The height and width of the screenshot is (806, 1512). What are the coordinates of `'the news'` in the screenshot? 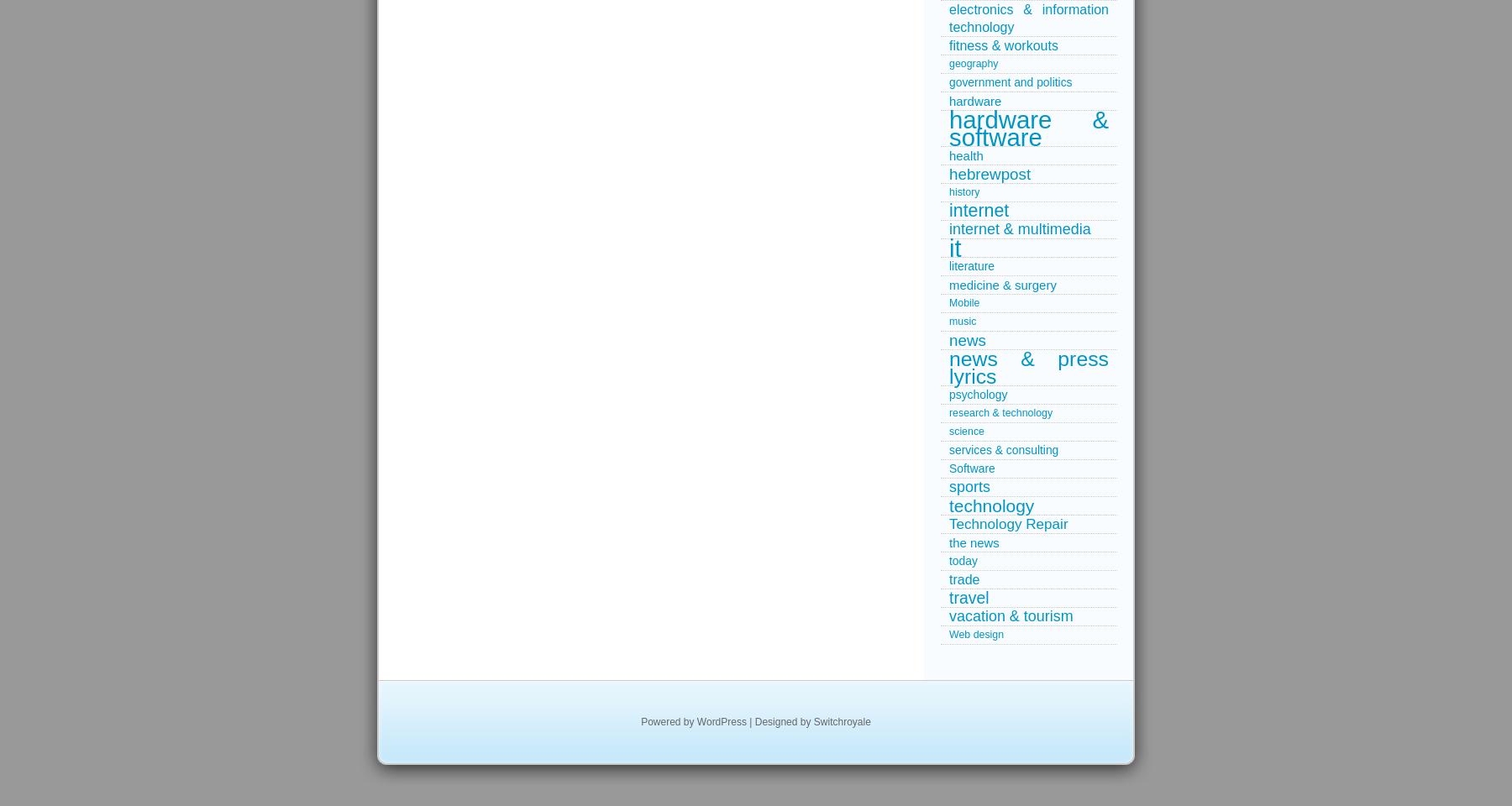 It's located at (973, 542).